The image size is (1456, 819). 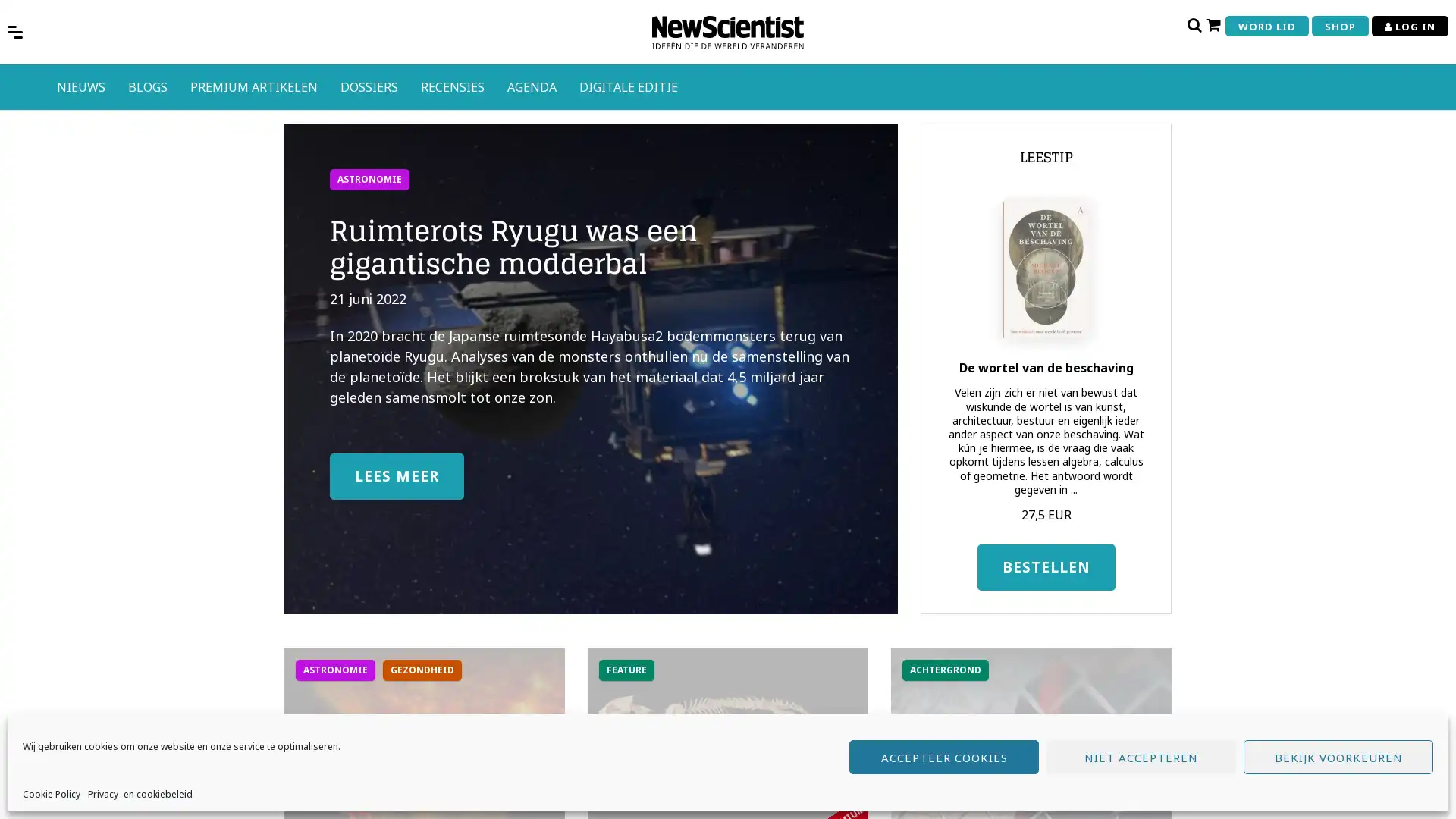 What do you see at coordinates (1338, 757) in the screenshot?
I see `BEKIJK VOORKEUREN` at bounding box center [1338, 757].